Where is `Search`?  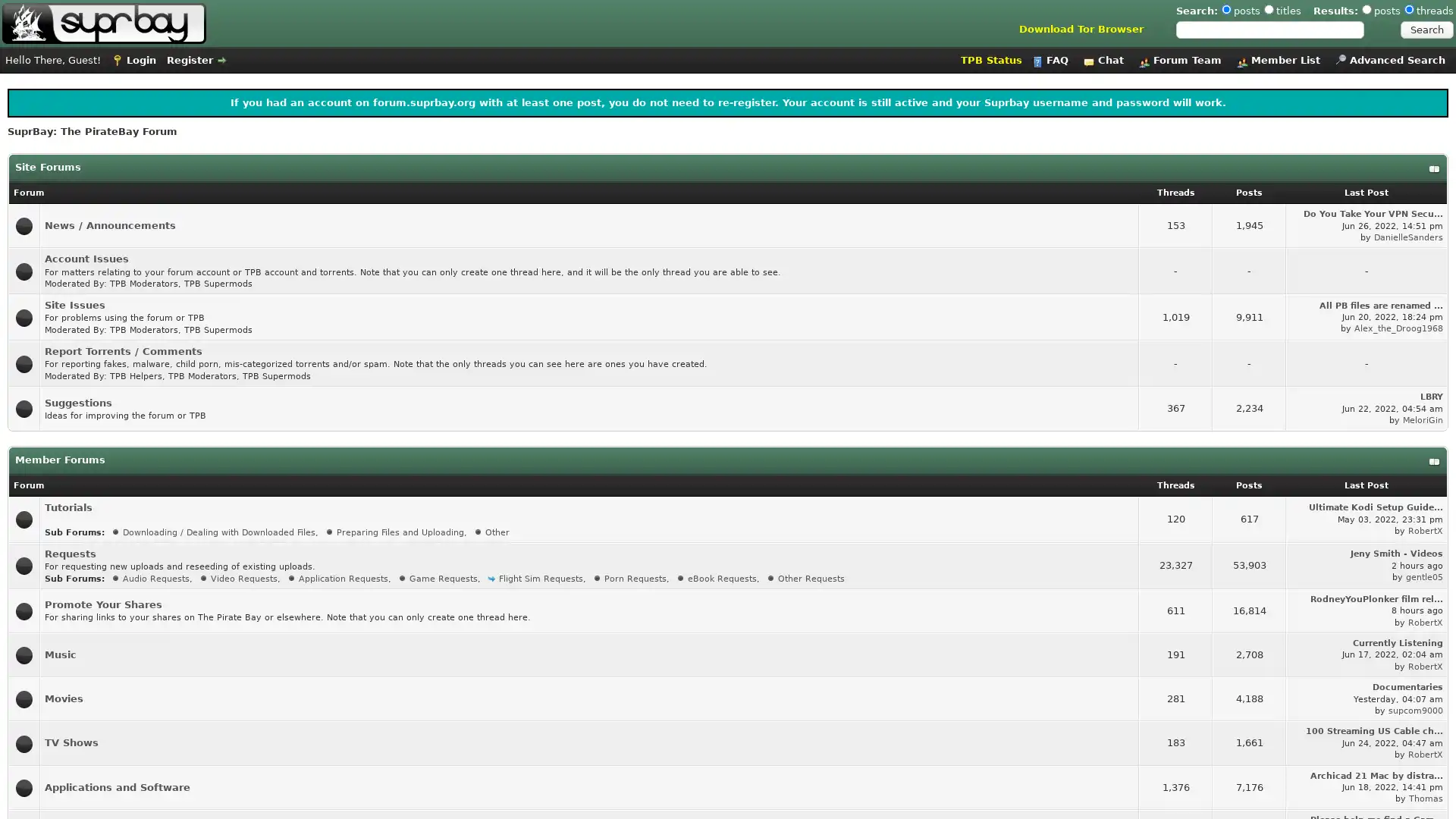
Search is located at coordinates (1426, 30).